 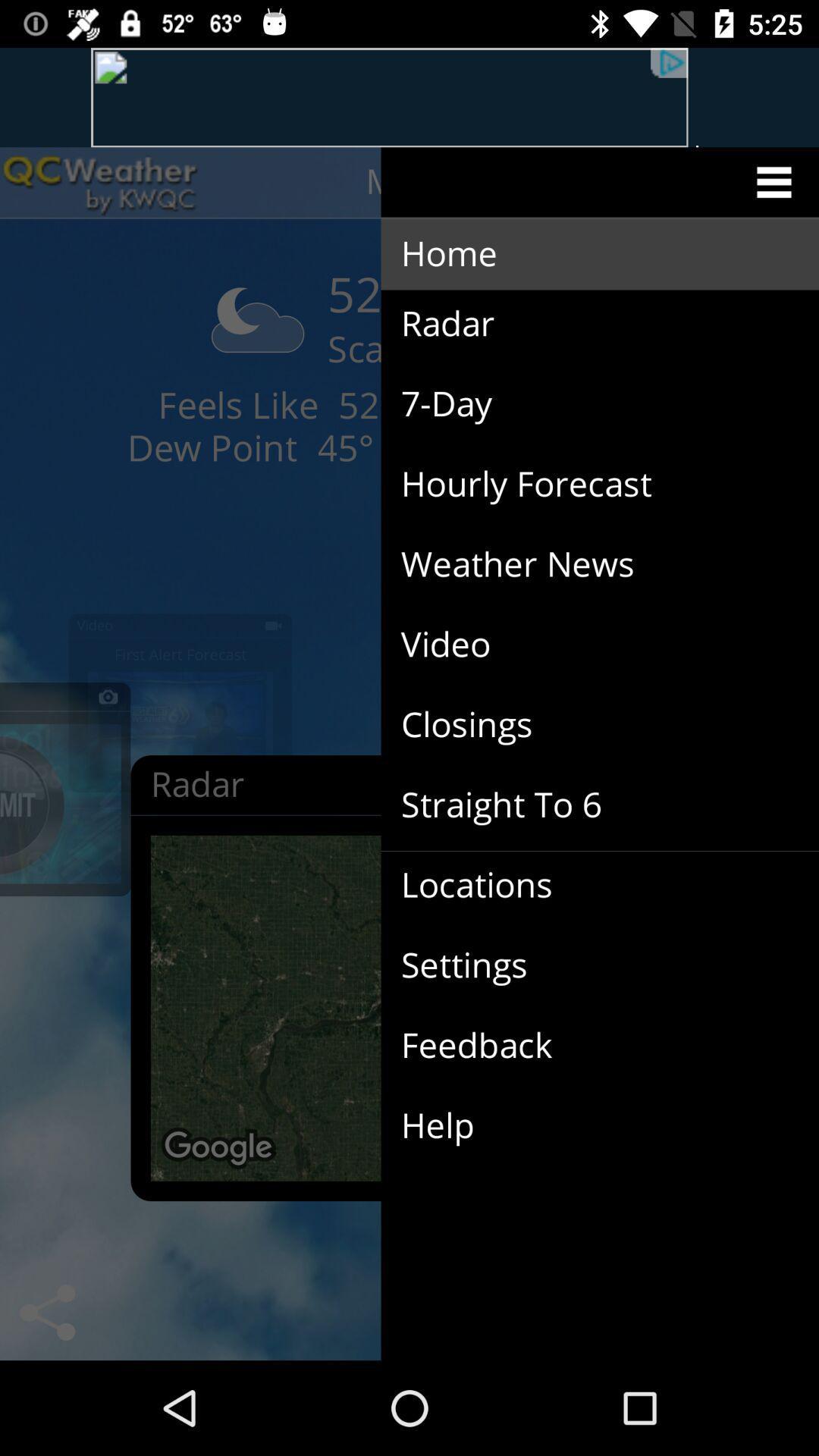 What do you see at coordinates (46, 1312) in the screenshot?
I see `the share icon` at bounding box center [46, 1312].